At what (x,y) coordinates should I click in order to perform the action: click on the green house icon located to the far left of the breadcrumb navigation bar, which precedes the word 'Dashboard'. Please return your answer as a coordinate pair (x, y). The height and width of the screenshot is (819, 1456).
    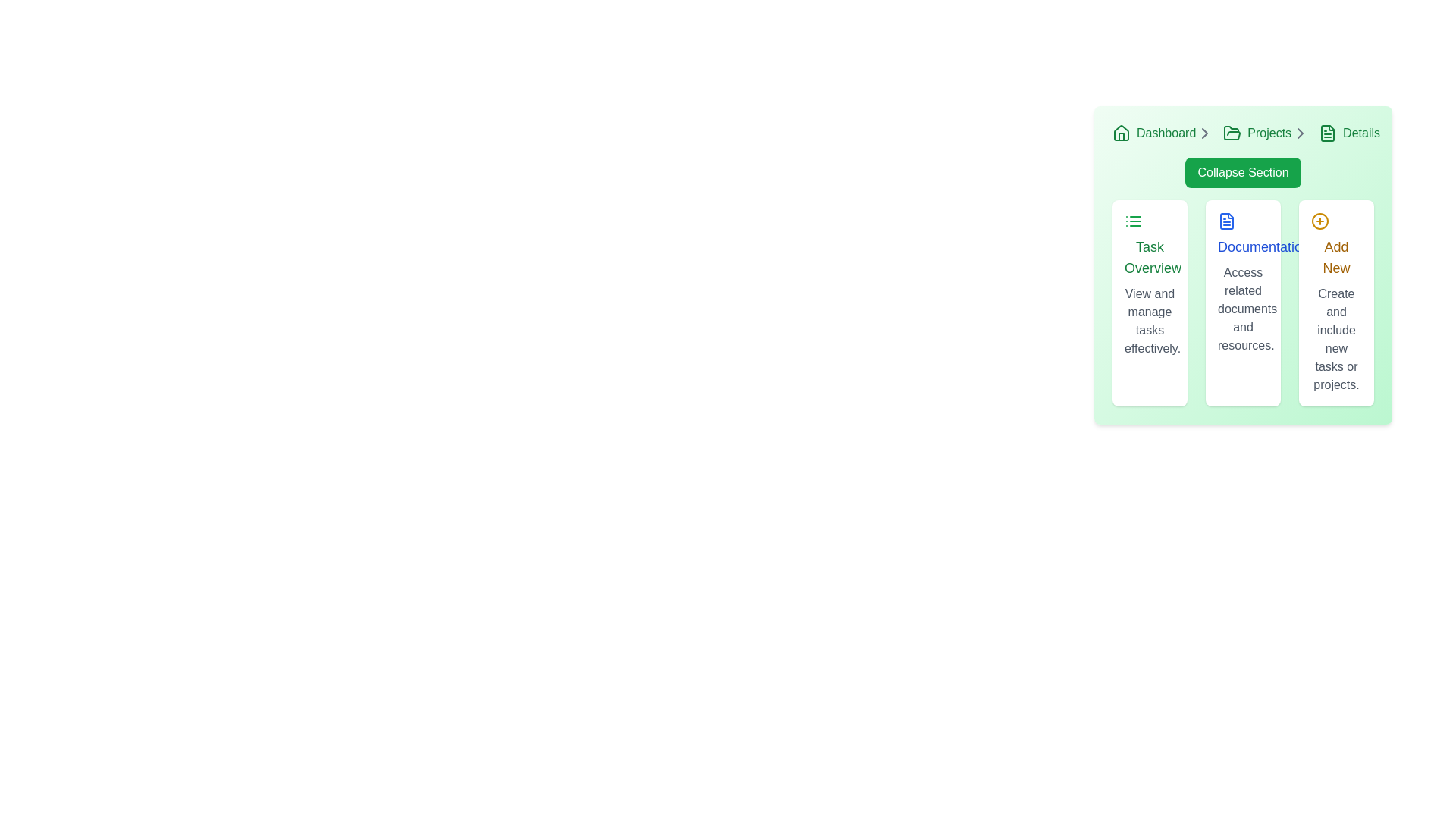
    Looking at the image, I should click on (1121, 133).